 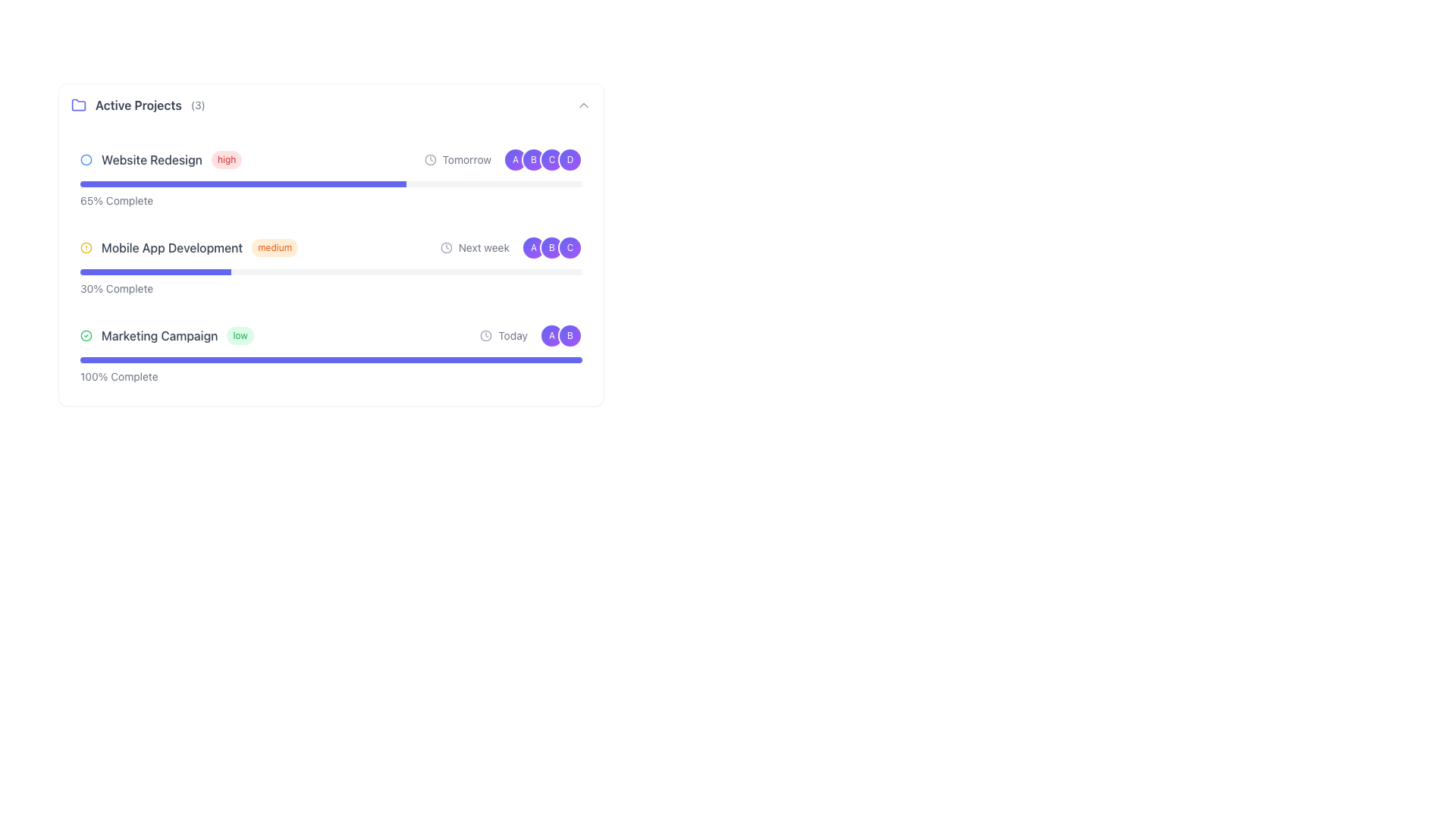 What do you see at coordinates (330, 184) in the screenshot?
I see `the progress visually by focusing on the progress bar aligned with the 'Website Redesign' row, which indicates the completion status of 65%` at bounding box center [330, 184].